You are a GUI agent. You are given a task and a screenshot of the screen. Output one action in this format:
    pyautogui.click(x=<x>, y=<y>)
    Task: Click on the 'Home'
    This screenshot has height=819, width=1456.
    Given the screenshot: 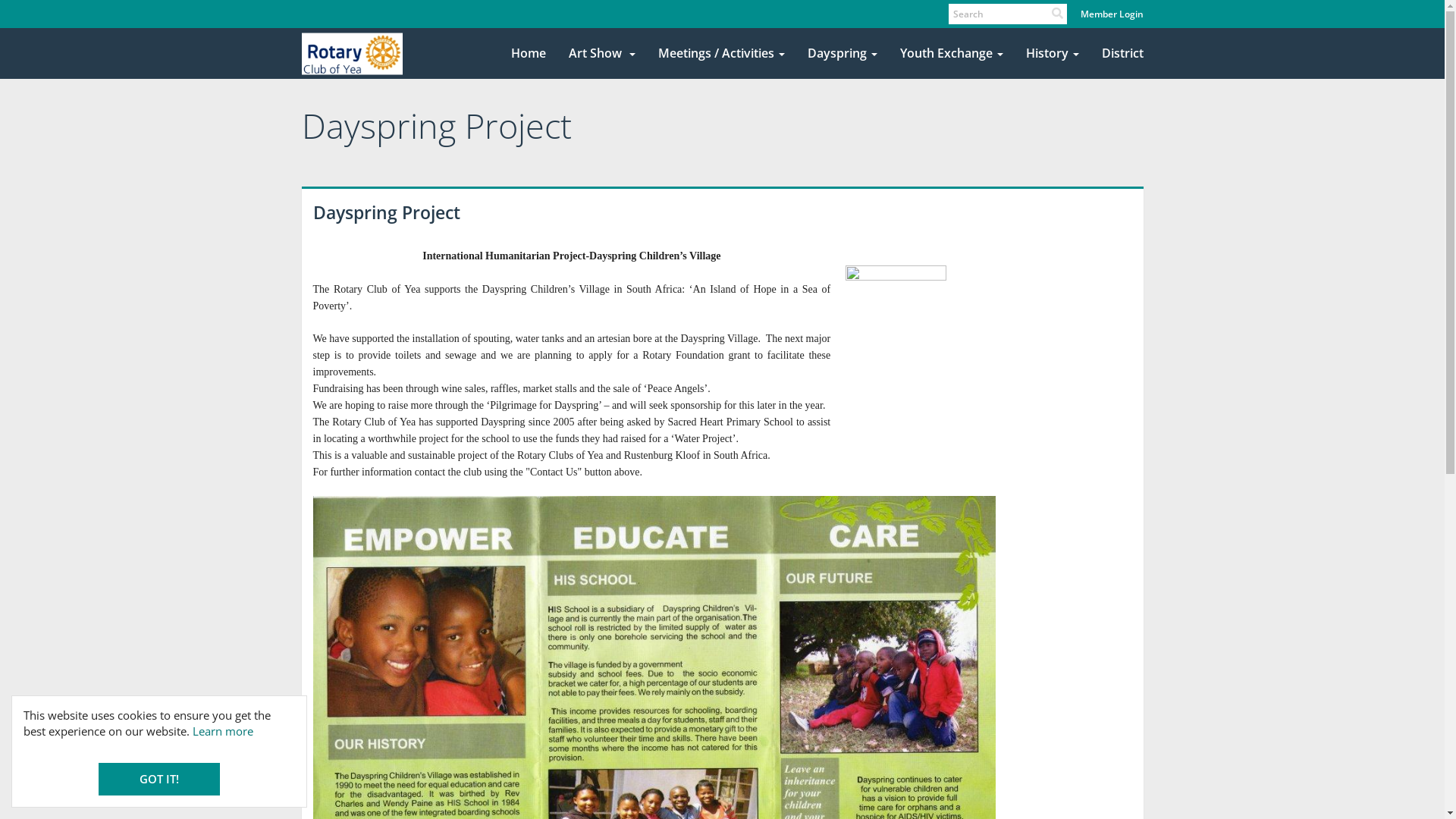 What is the action you would take?
    pyautogui.click(x=528, y=52)
    